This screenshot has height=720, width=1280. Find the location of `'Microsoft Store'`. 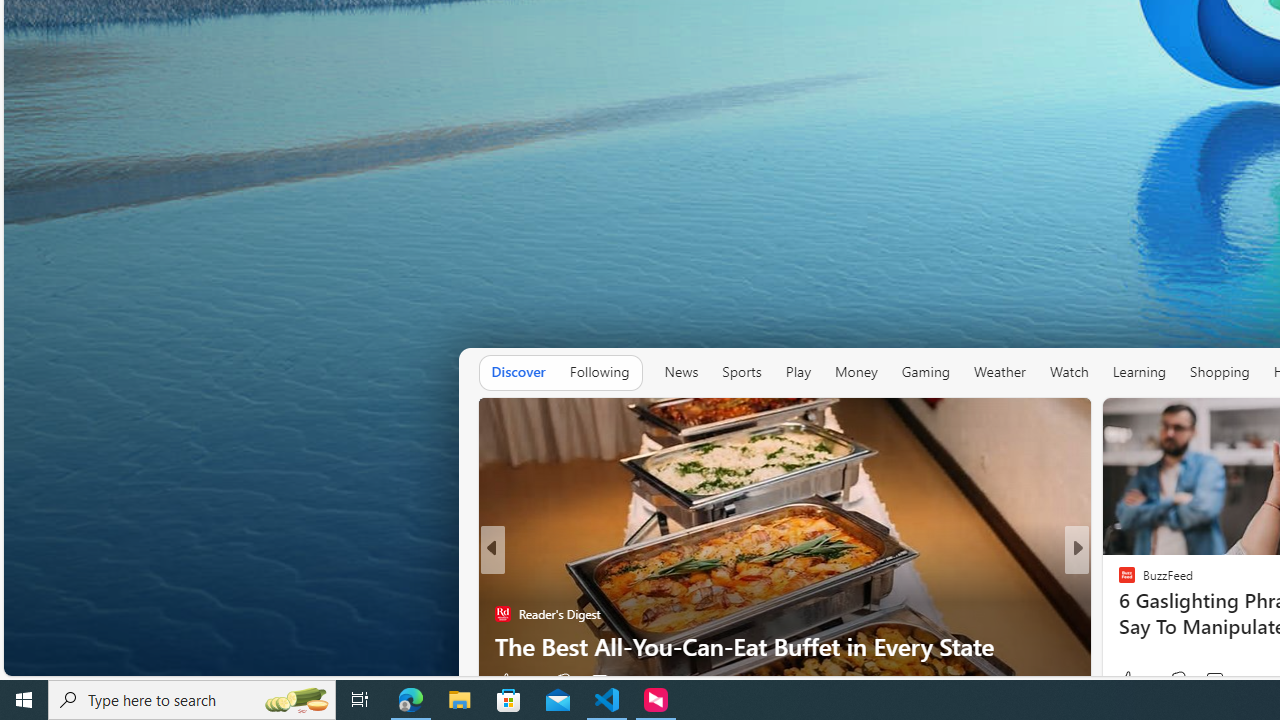

'Microsoft Store' is located at coordinates (509, 698).